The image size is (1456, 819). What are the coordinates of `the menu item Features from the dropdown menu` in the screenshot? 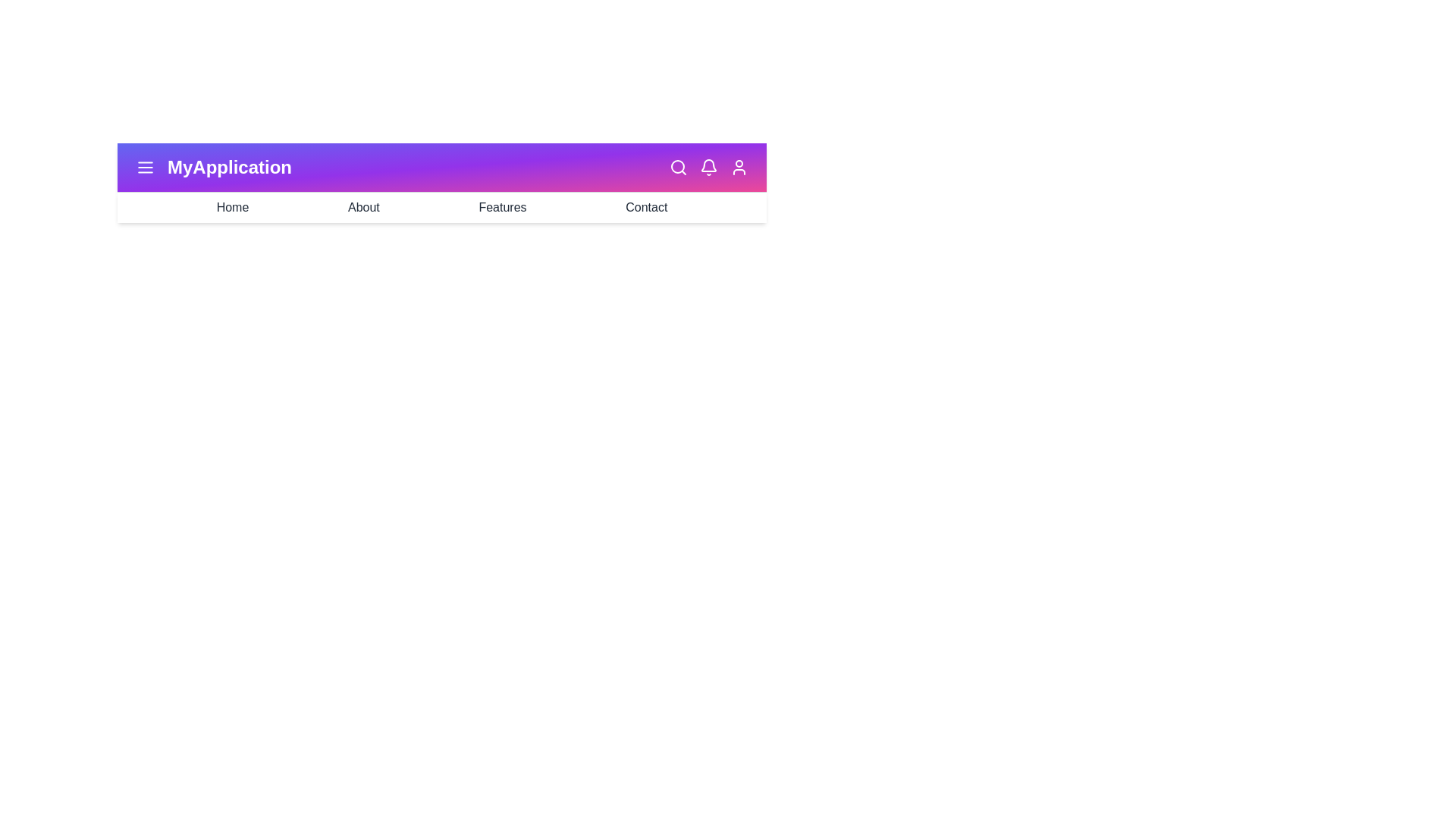 It's located at (502, 207).